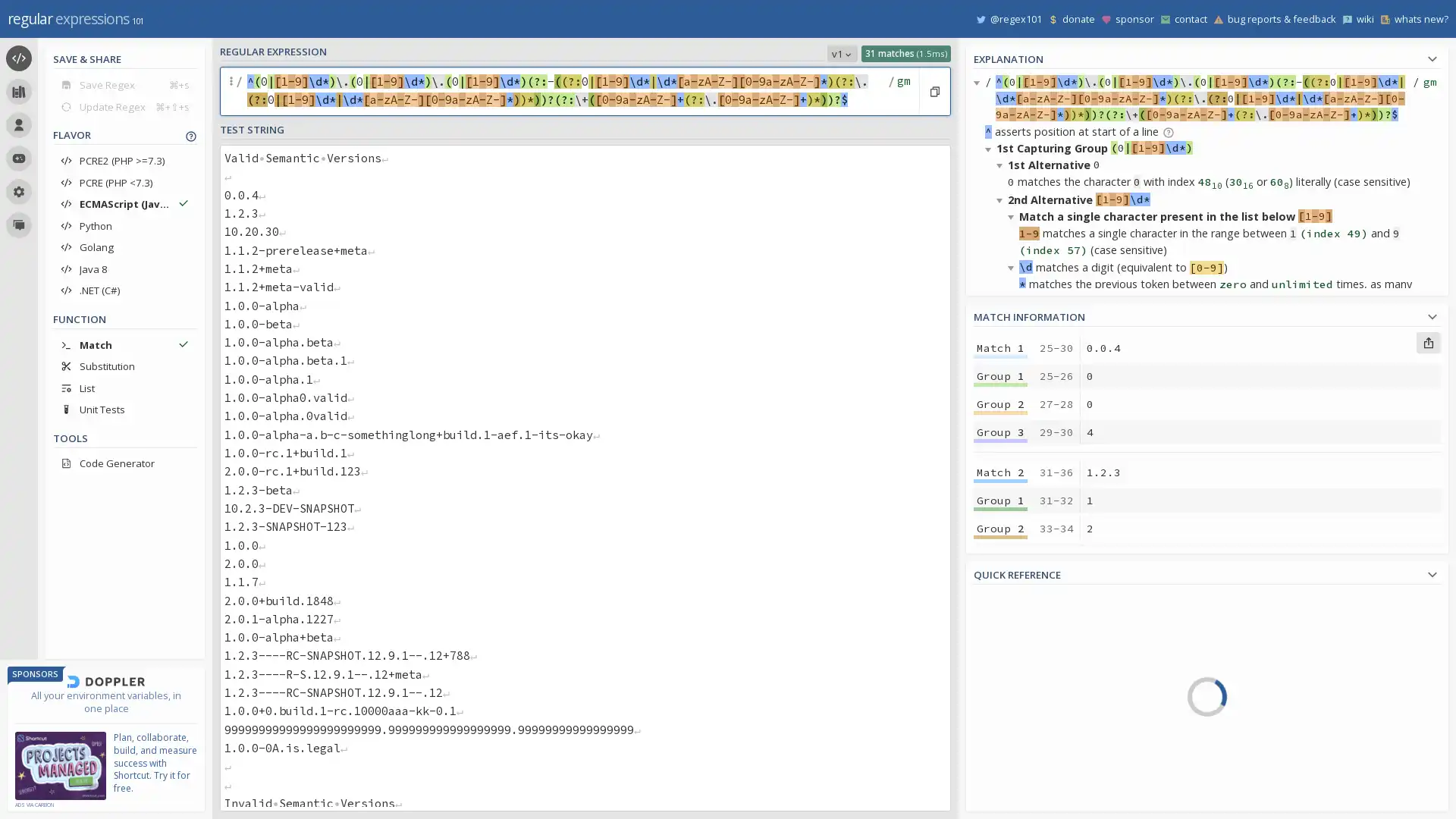  Describe the element at coordinates (124, 105) in the screenshot. I see `Update Regex ++s` at that location.